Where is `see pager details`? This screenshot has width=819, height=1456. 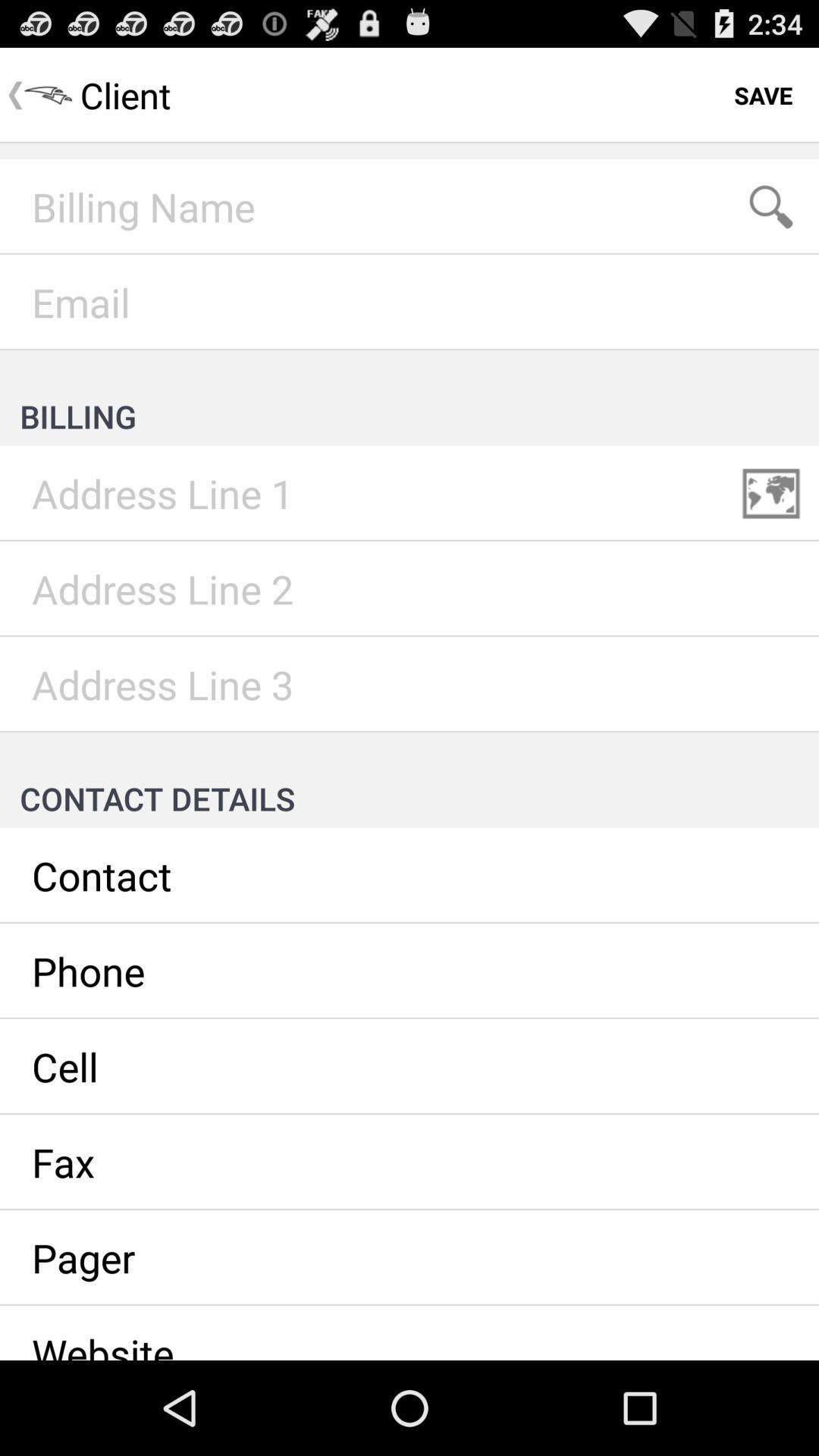 see pager details is located at coordinates (409, 1258).